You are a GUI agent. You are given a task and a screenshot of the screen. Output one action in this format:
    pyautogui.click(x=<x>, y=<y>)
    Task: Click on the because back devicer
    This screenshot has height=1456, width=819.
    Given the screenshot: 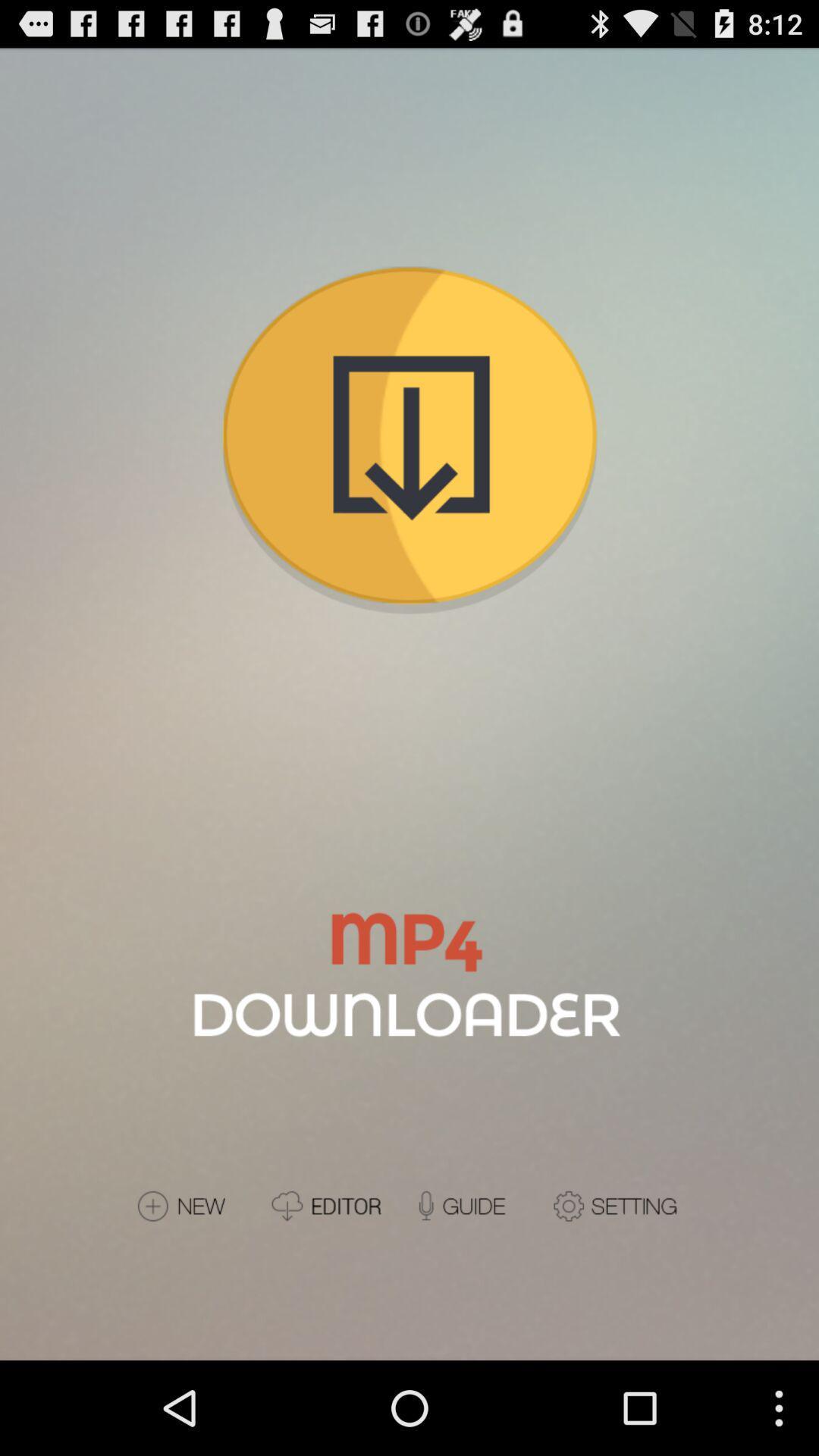 What is the action you would take?
    pyautogui.click(x=334, y=1205)
    